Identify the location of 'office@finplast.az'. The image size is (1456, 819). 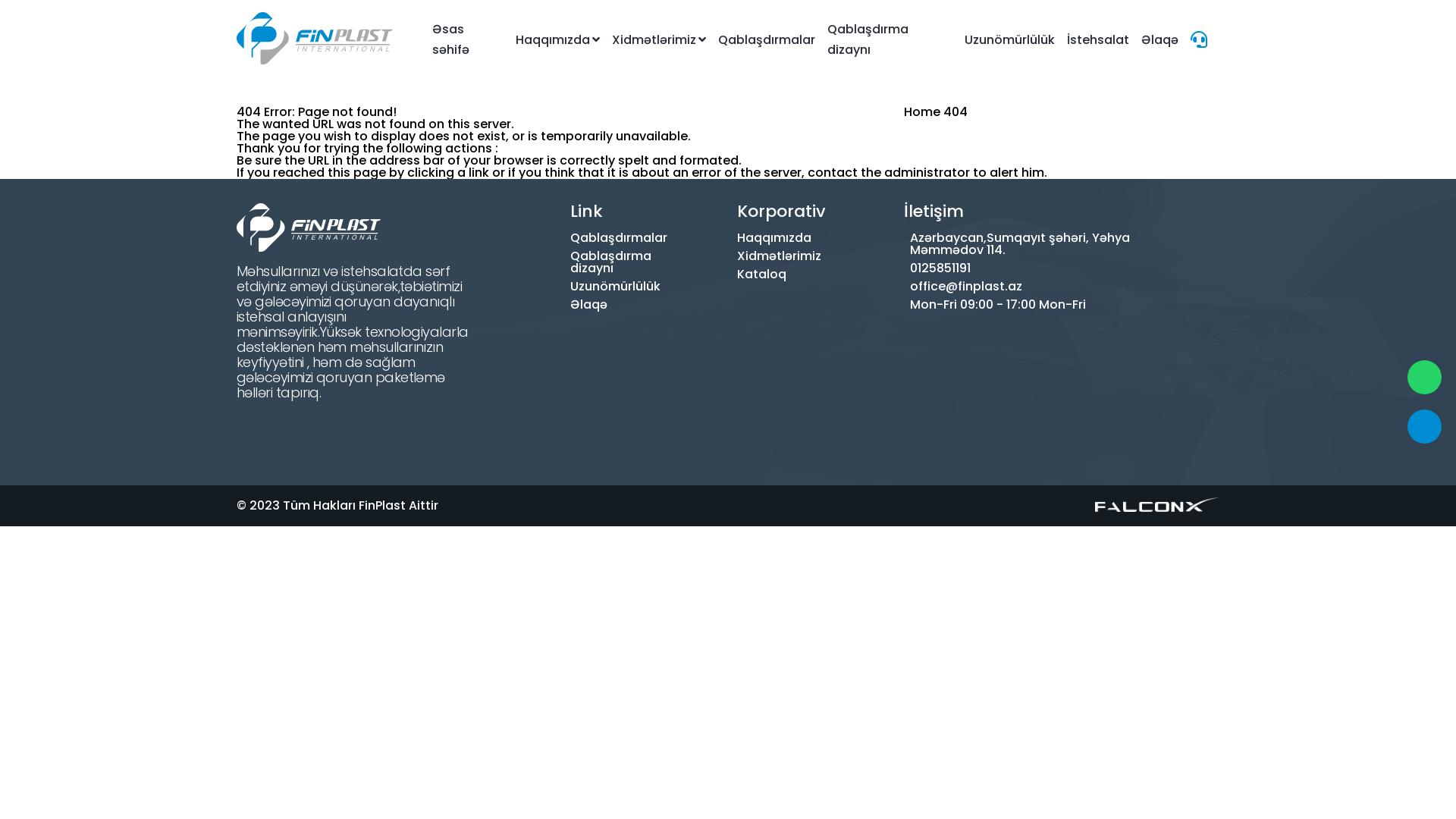
(1019, 287).